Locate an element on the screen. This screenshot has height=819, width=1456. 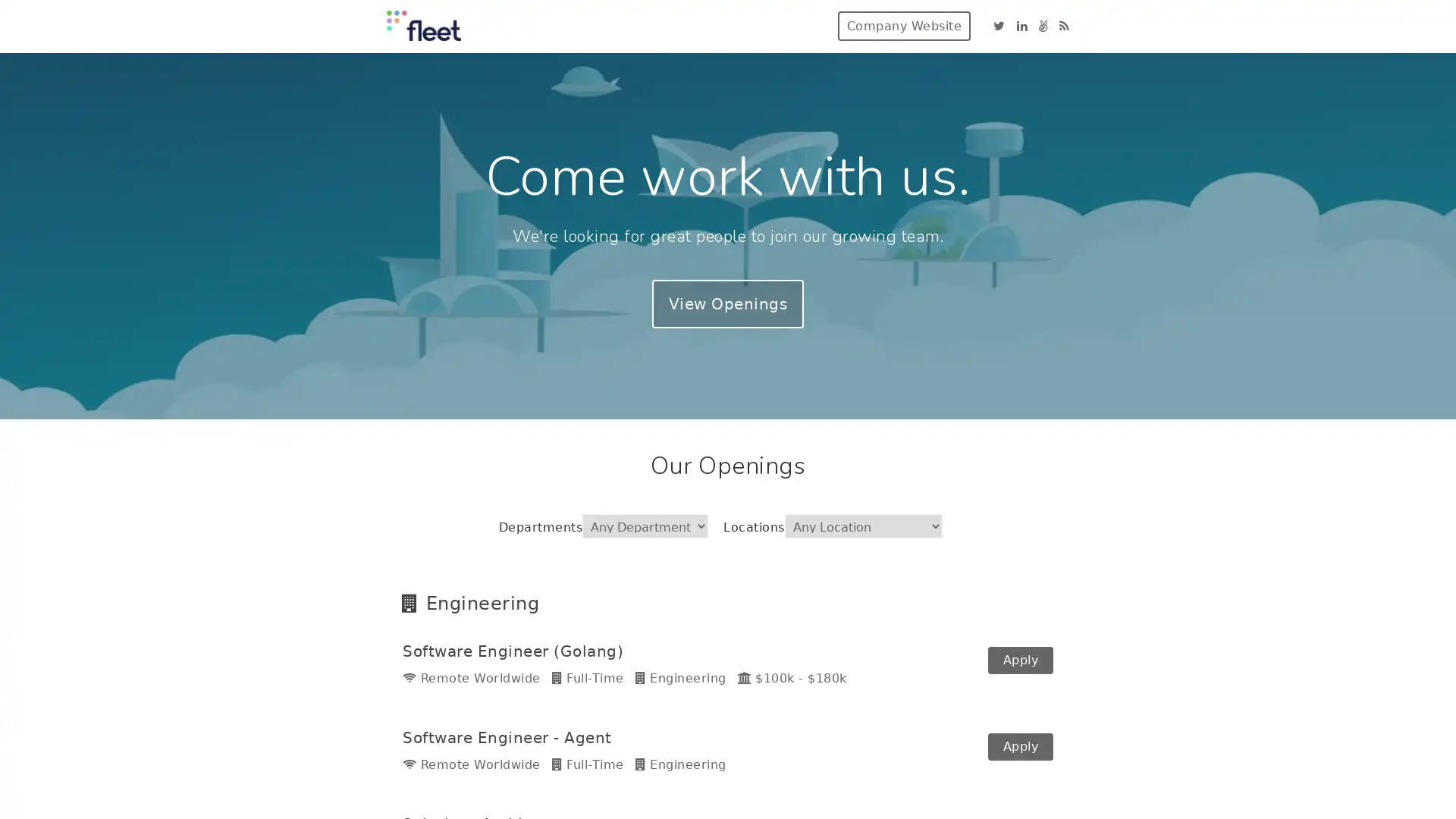
Apply is located at coordinates (1020, 675).